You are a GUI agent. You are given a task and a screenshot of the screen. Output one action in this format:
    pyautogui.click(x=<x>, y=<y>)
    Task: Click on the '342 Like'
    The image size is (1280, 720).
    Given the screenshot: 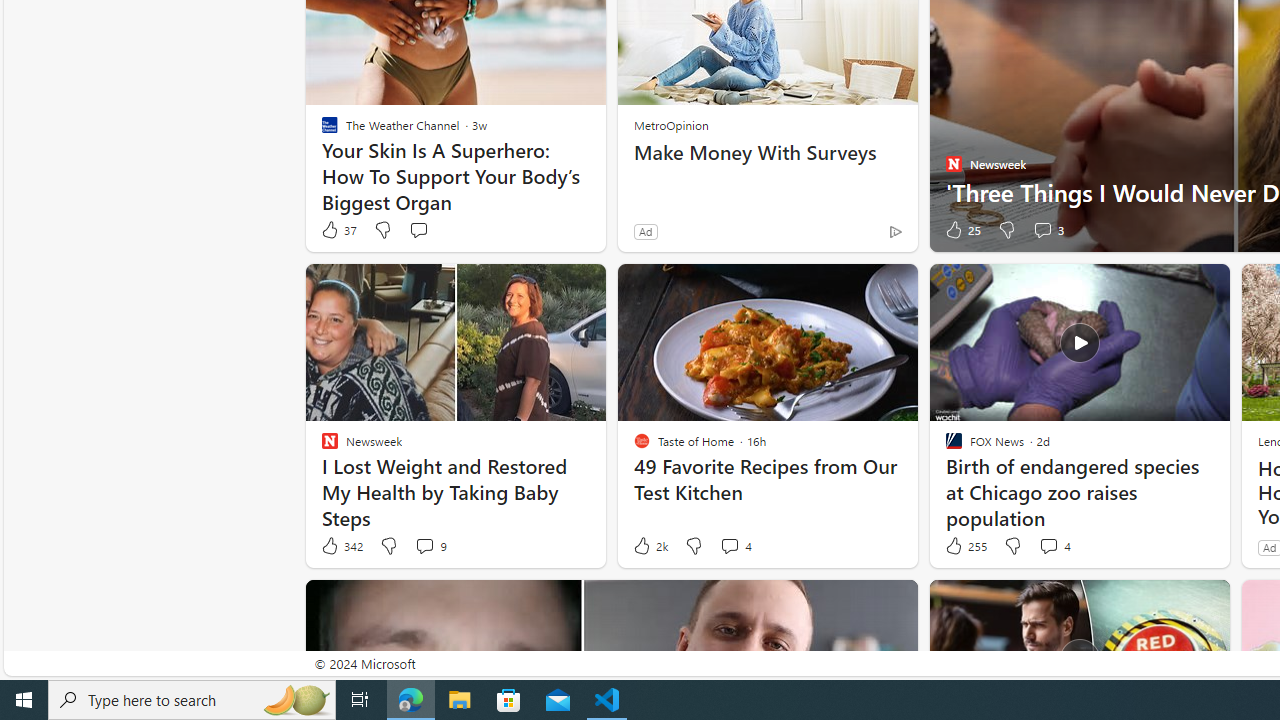 What is the action you would take?
    pyautogui.click(x=341, y=546)
    